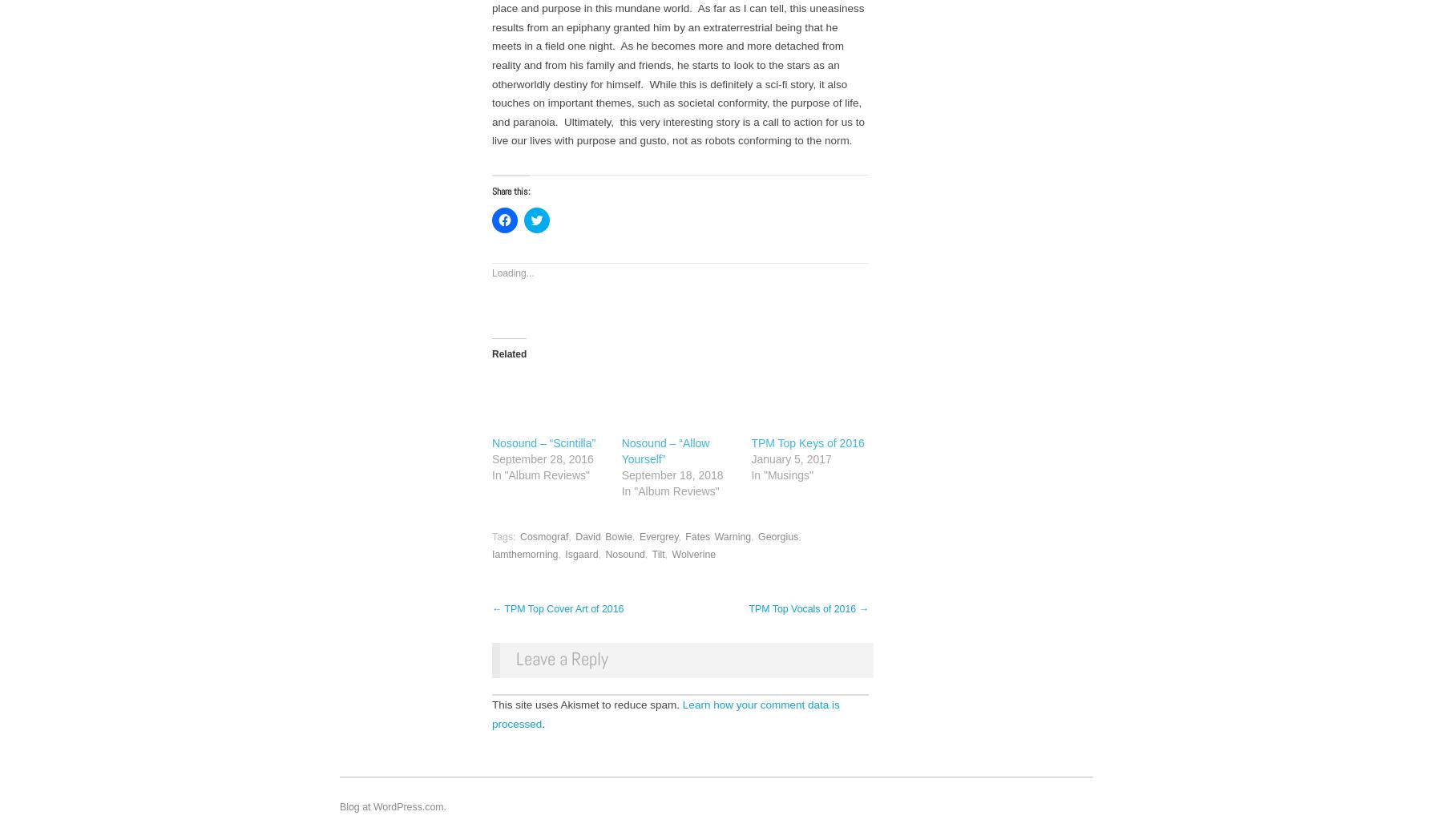 This screenshot has height=840, width=1433. I want to click on 'Nosound', so click(604, 554).